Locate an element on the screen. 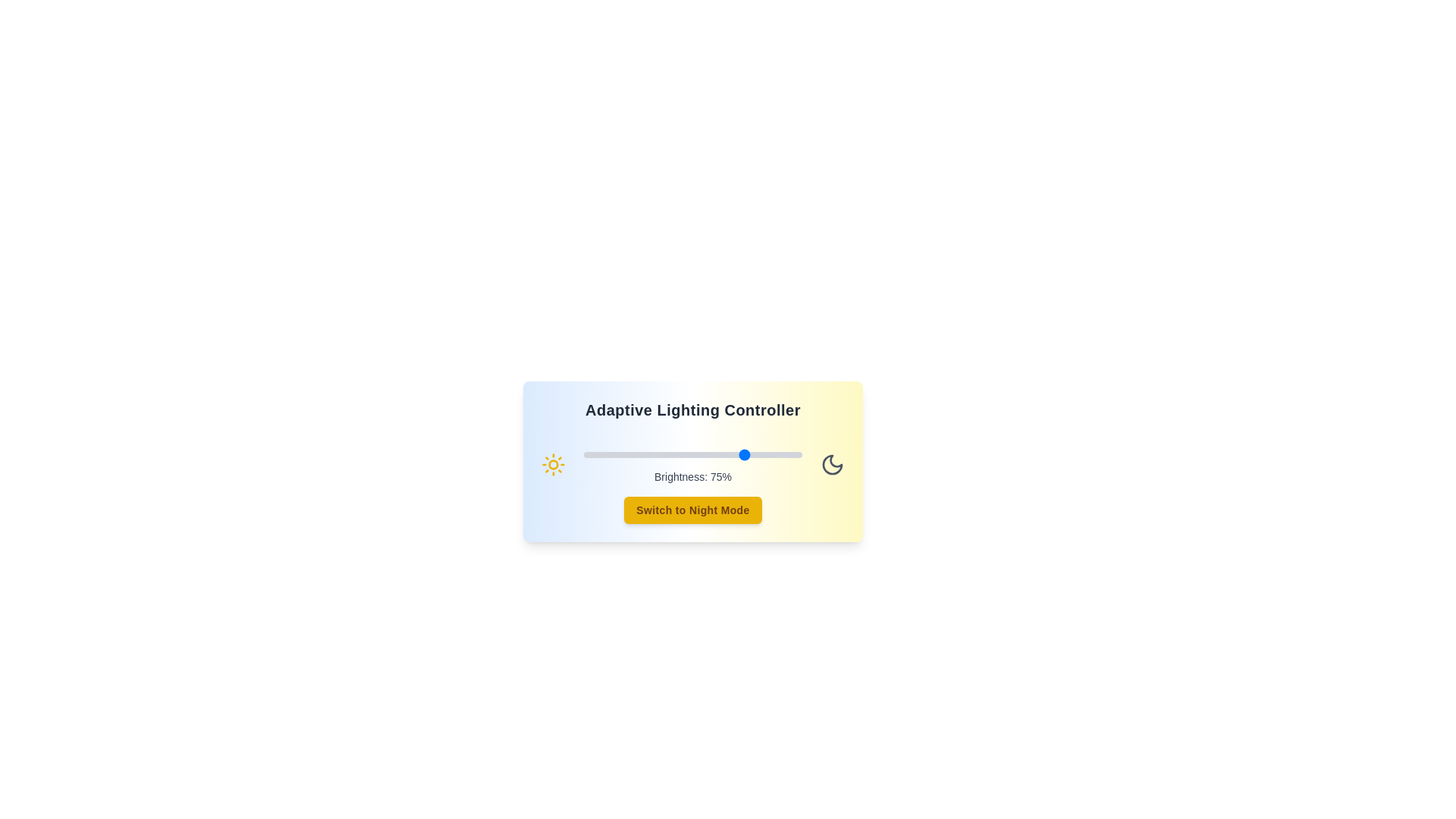 The width and height of the screenshot is (1456, 819). the rectangular button labeled 'Switch to Night Mode' with a vibrant yellow background located at the bottom of the 'Adaptive Lighting Controller' card to switch modes is located at coordinates (692, 510).